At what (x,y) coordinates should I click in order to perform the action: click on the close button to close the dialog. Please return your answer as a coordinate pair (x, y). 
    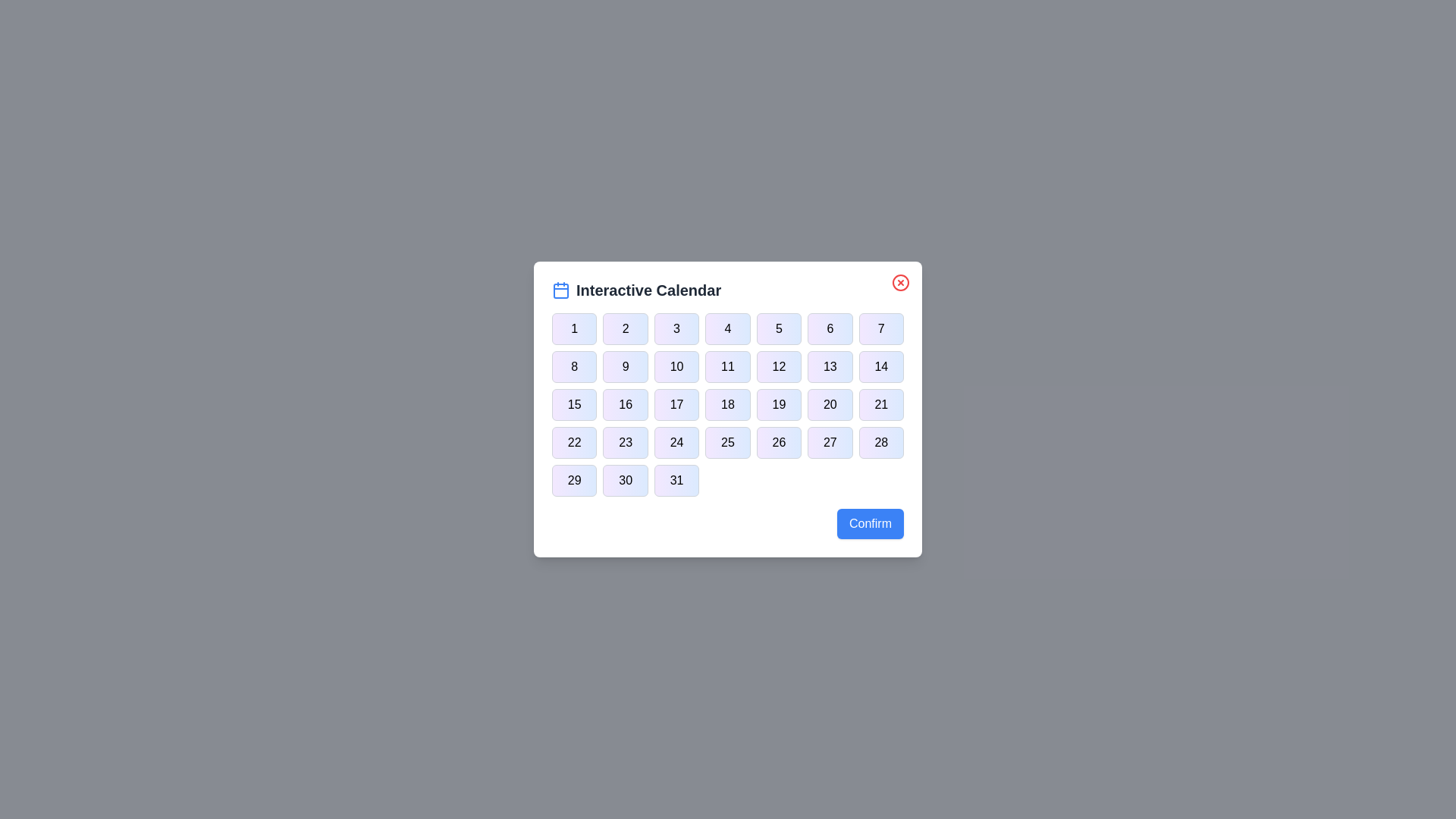
    Looking at the image, I should click on (901, 283).